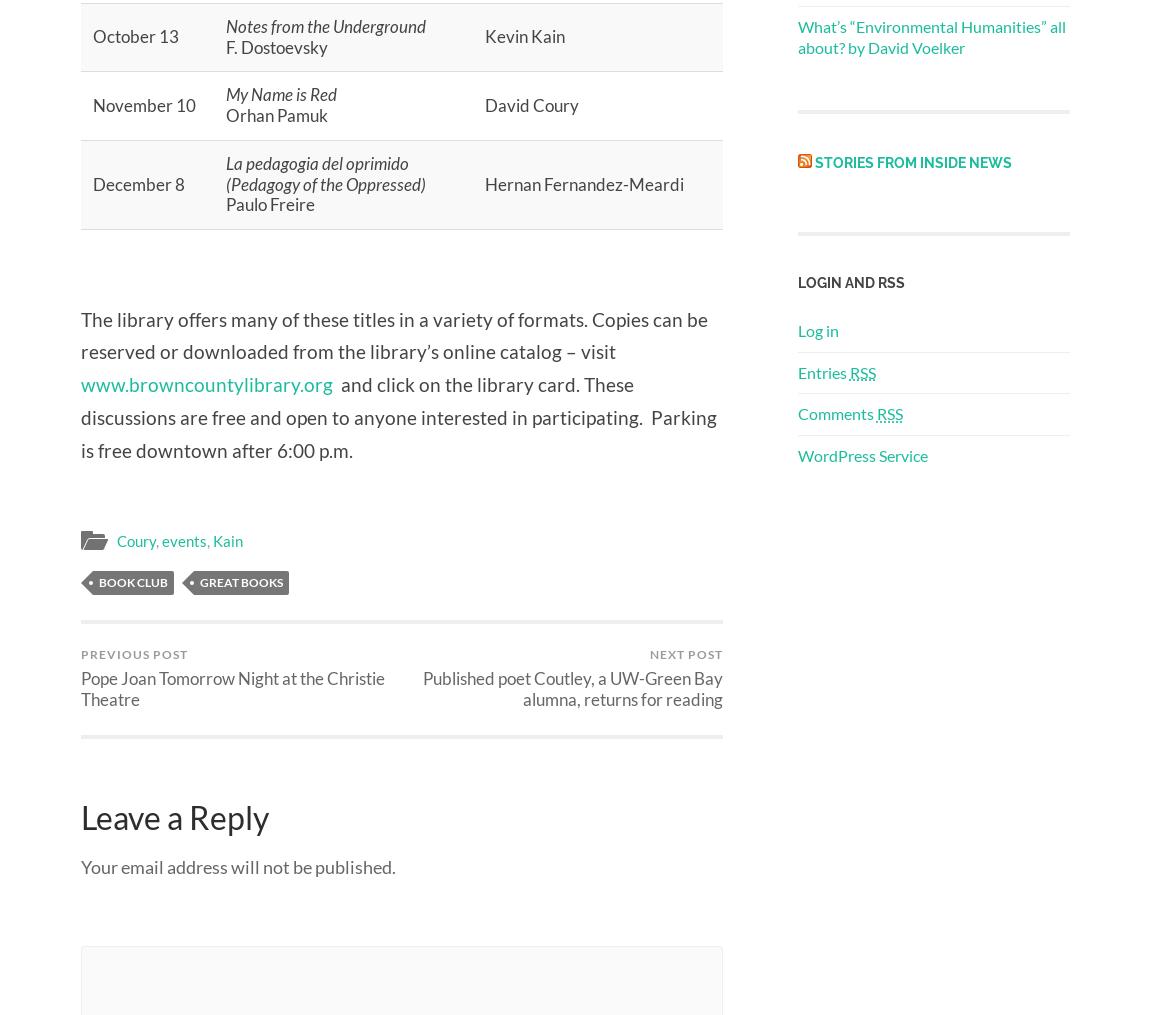 This screenshot has height=1015, width=1150. What do you see at coordinates (795, 454) in the screenshot?
I see `'WordPress Service'` at bounding box center [795, 454].